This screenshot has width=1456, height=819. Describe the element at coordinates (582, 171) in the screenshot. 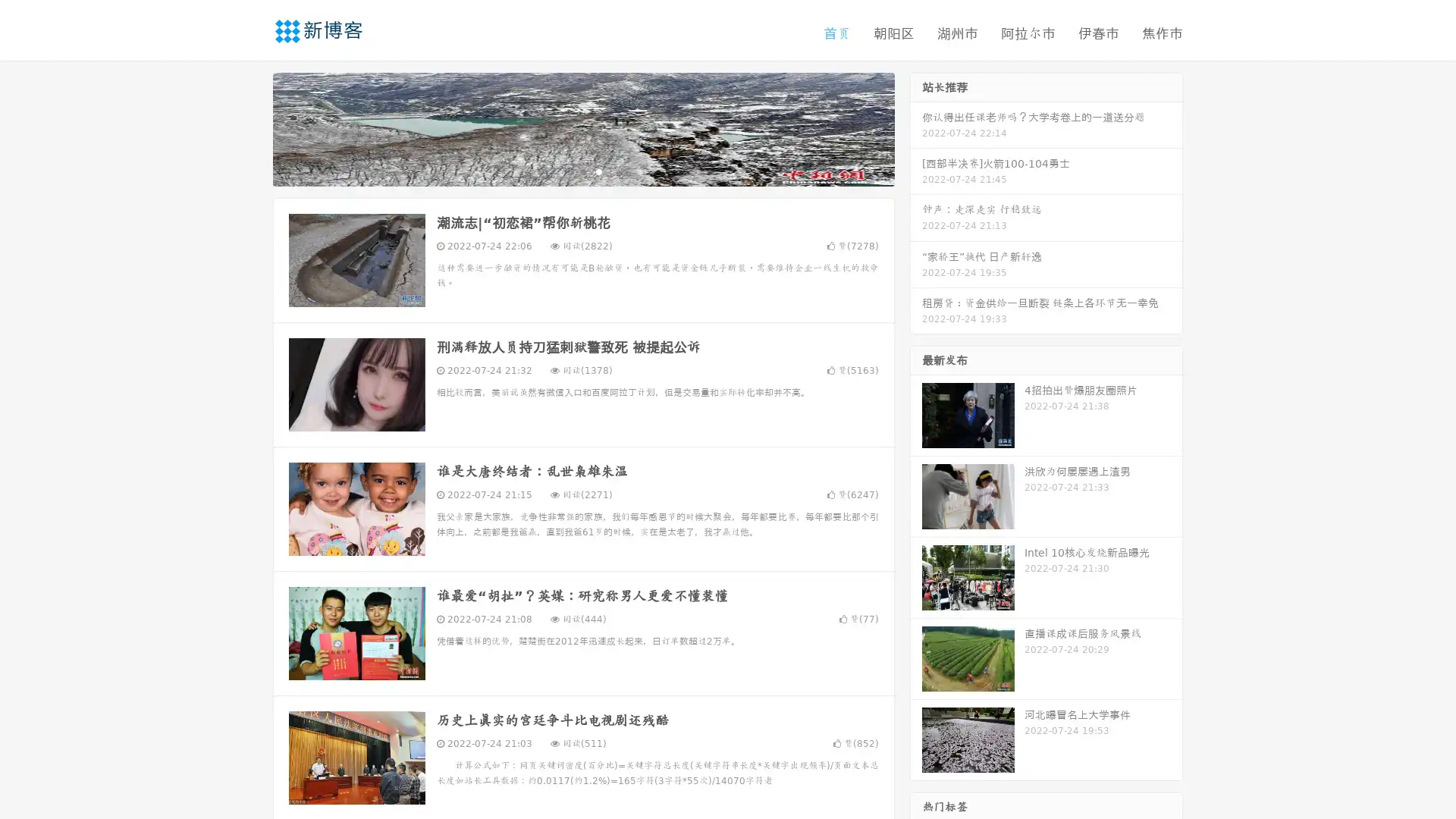

I see `Go to slide 2` at that location.